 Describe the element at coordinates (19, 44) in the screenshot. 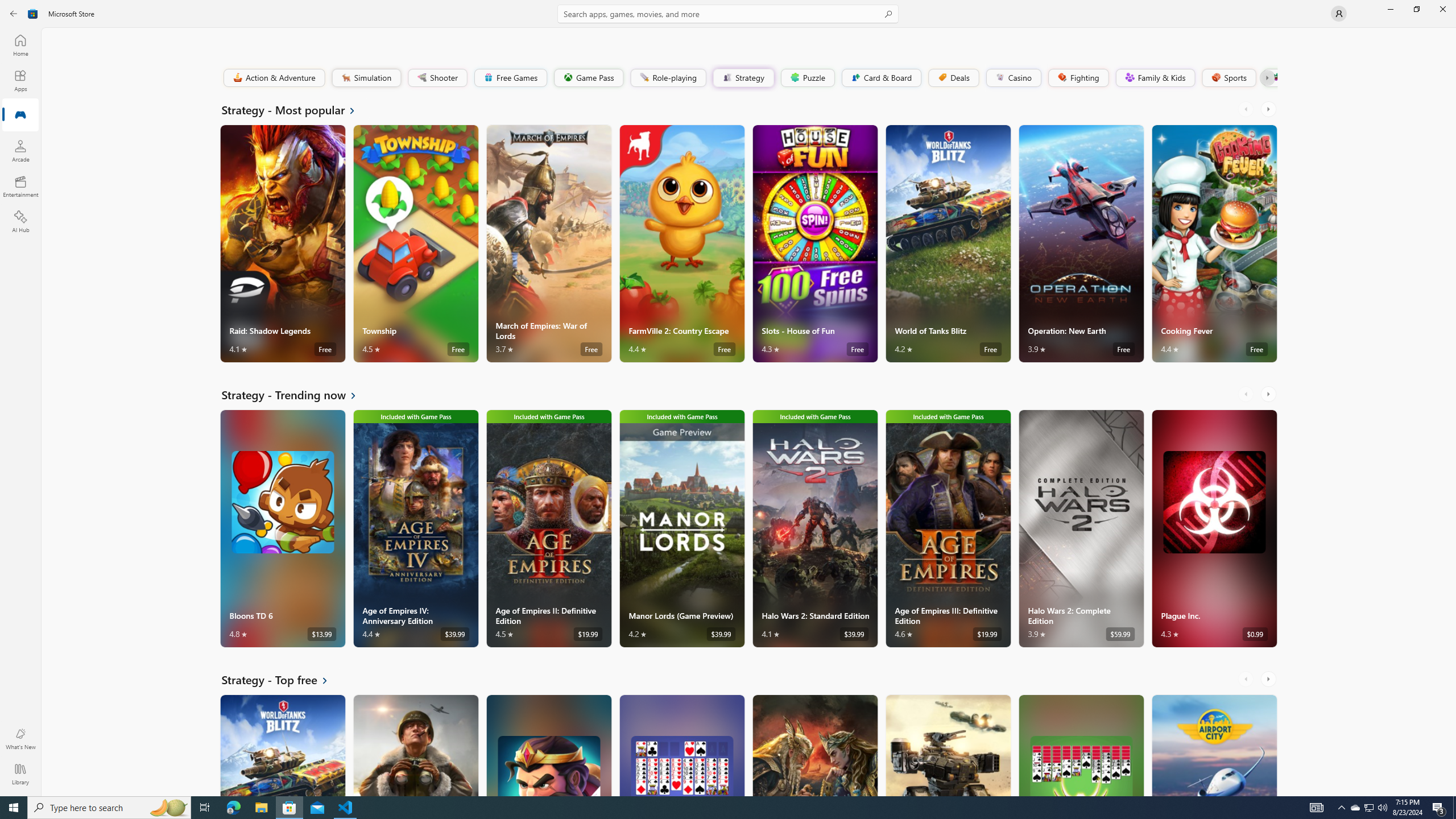

I see `'Home'` at that location.